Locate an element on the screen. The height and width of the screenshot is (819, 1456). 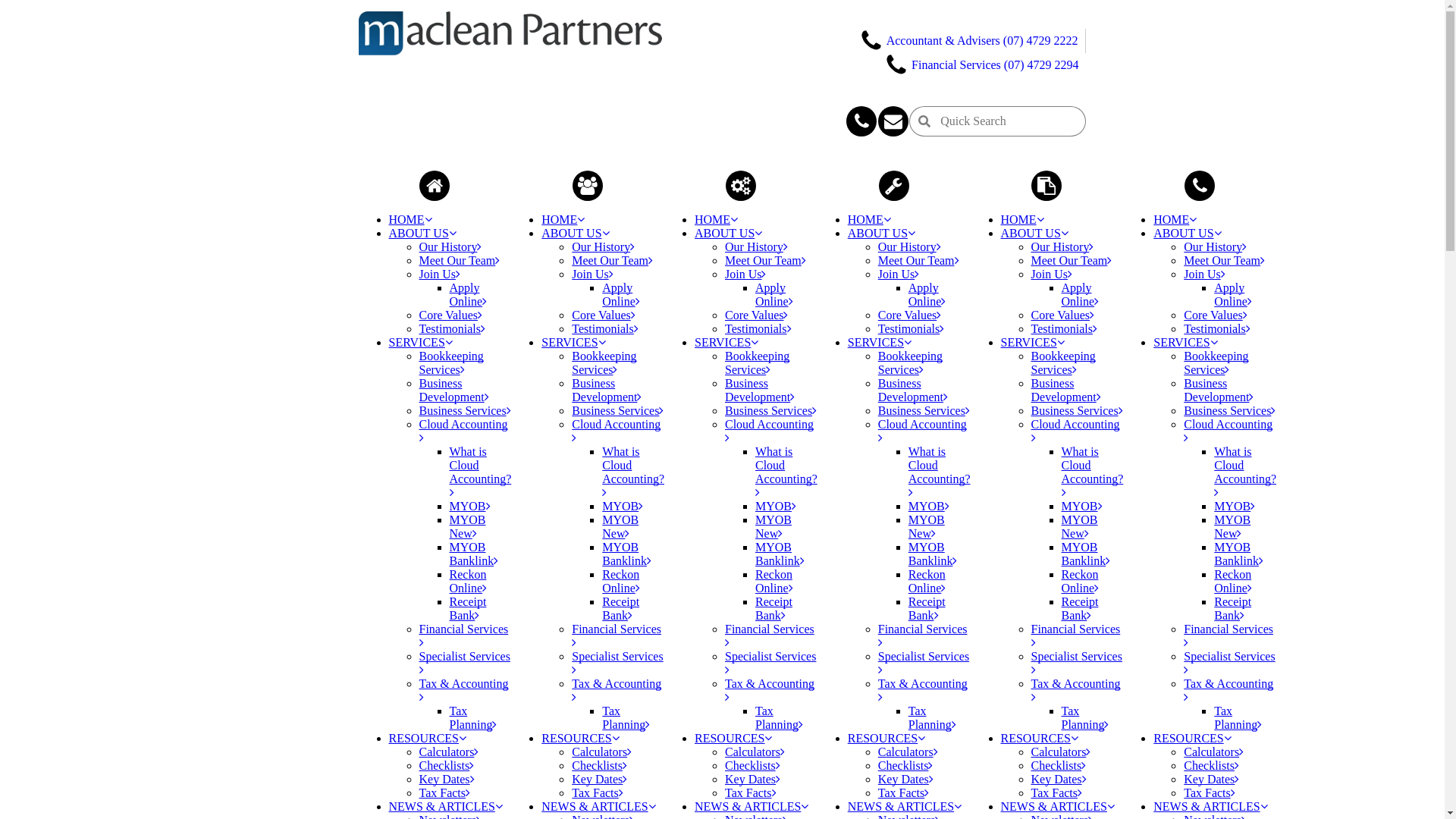
'Checklists' is located at coordinates (1210, 765).